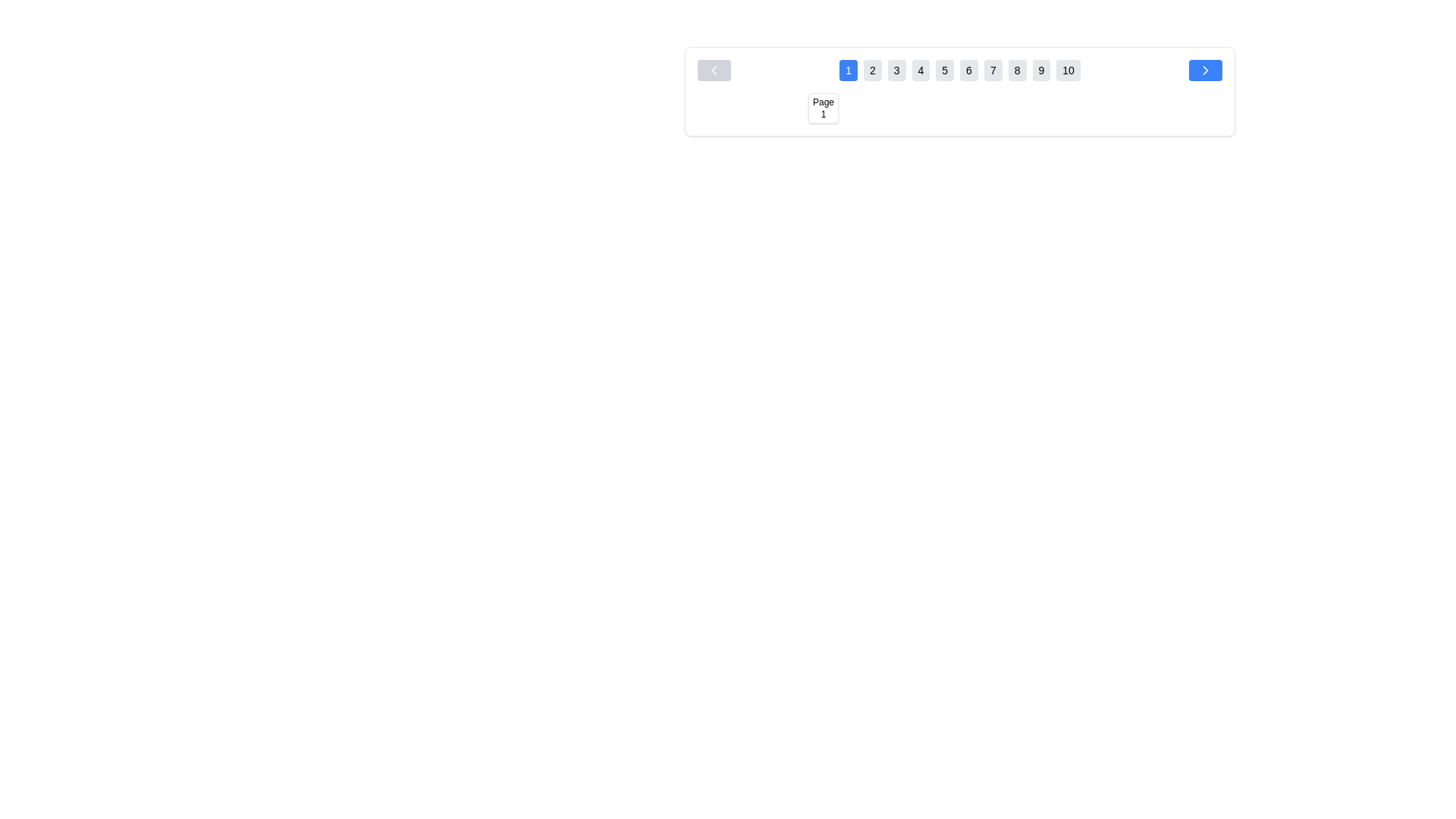 This screenshot has width=1456, height=819. Describe the element at coordinates (713, 70) in the screenshot. I see `the navigation button located at the leftmost side of the pagination toolbar` at that location.